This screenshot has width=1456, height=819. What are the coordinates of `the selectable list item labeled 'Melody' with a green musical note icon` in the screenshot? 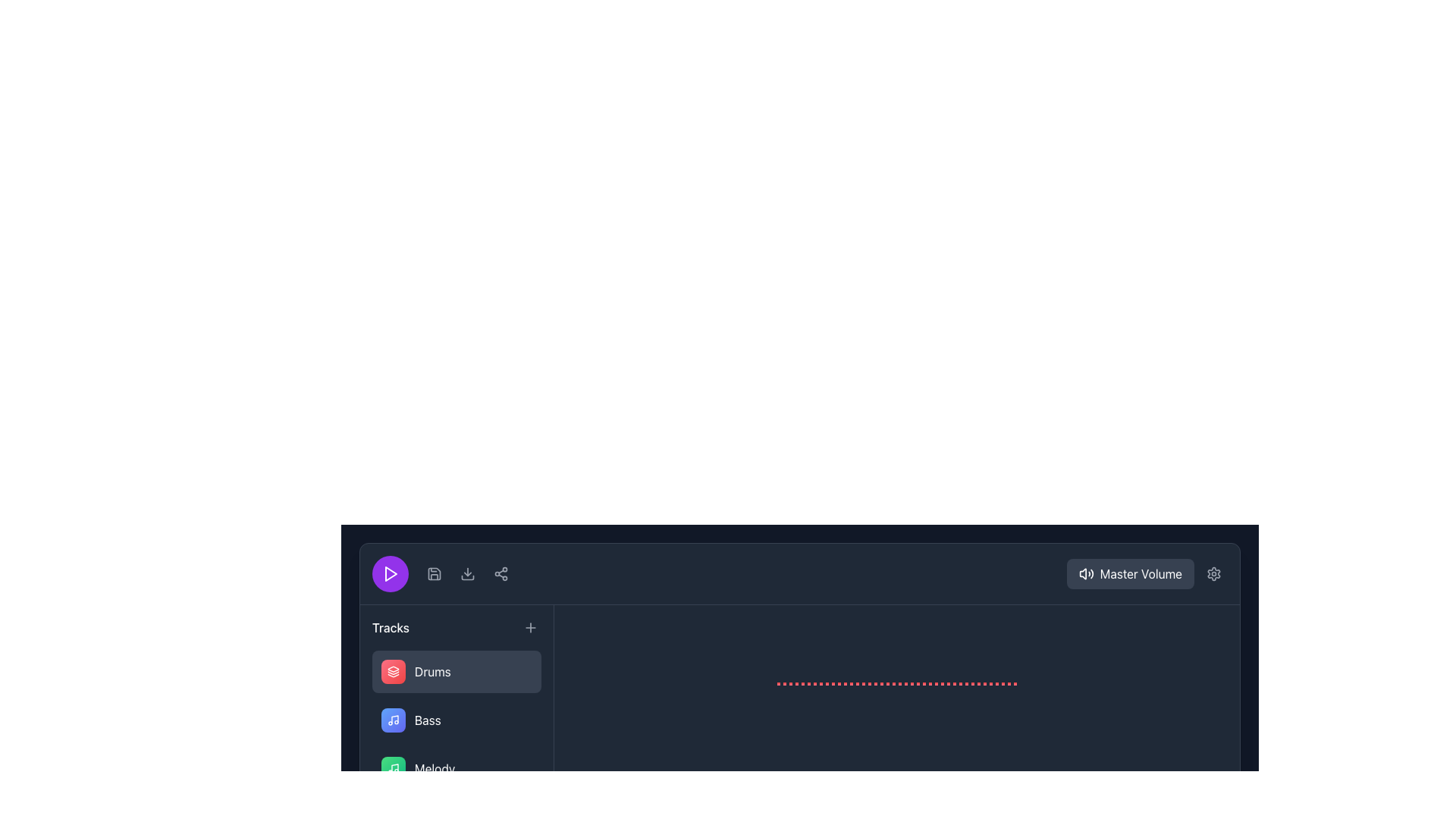 It's located at (418, 769).